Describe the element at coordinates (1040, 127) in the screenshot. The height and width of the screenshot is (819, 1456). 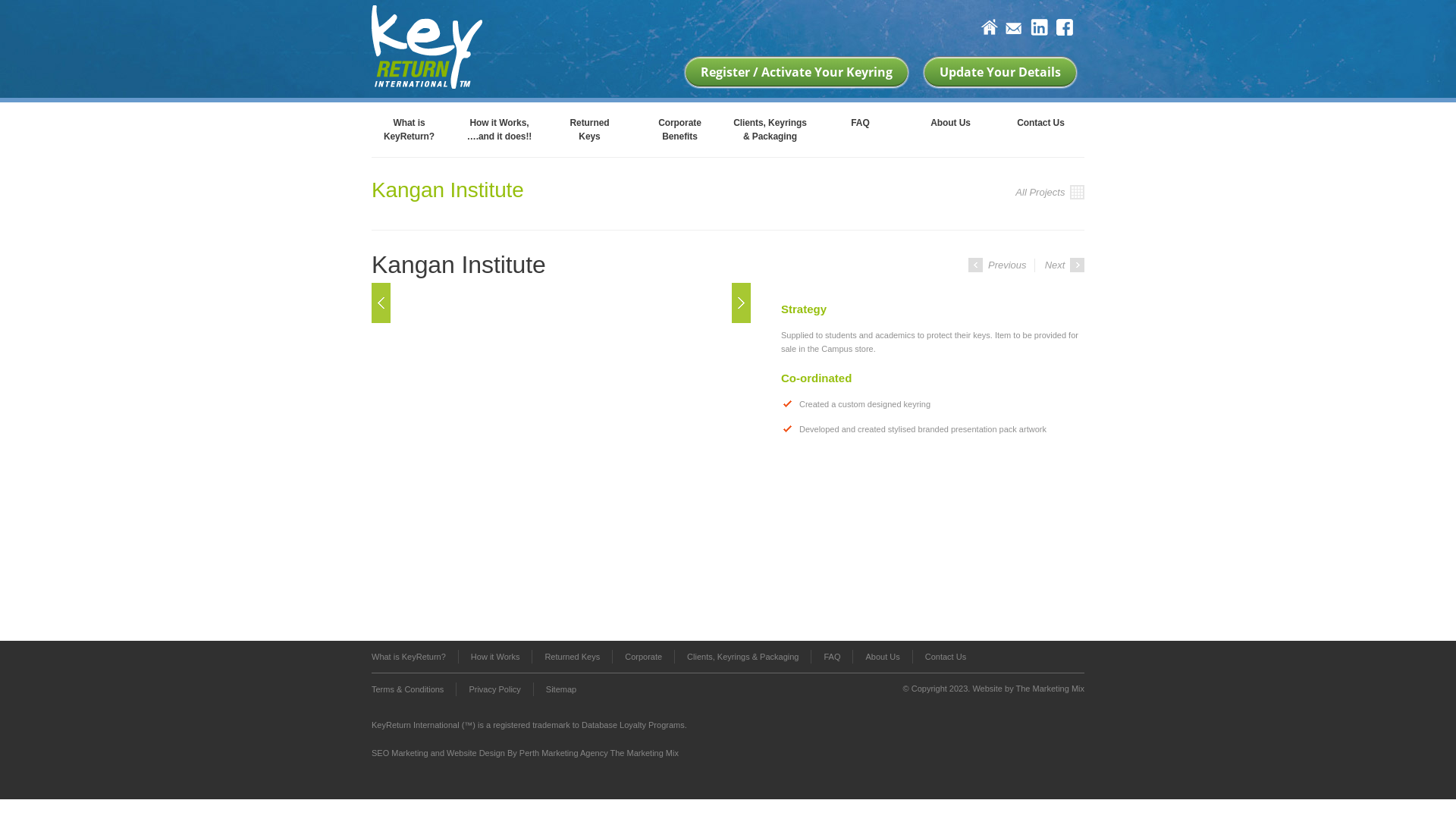
I see `'Contact Us'` at that location.